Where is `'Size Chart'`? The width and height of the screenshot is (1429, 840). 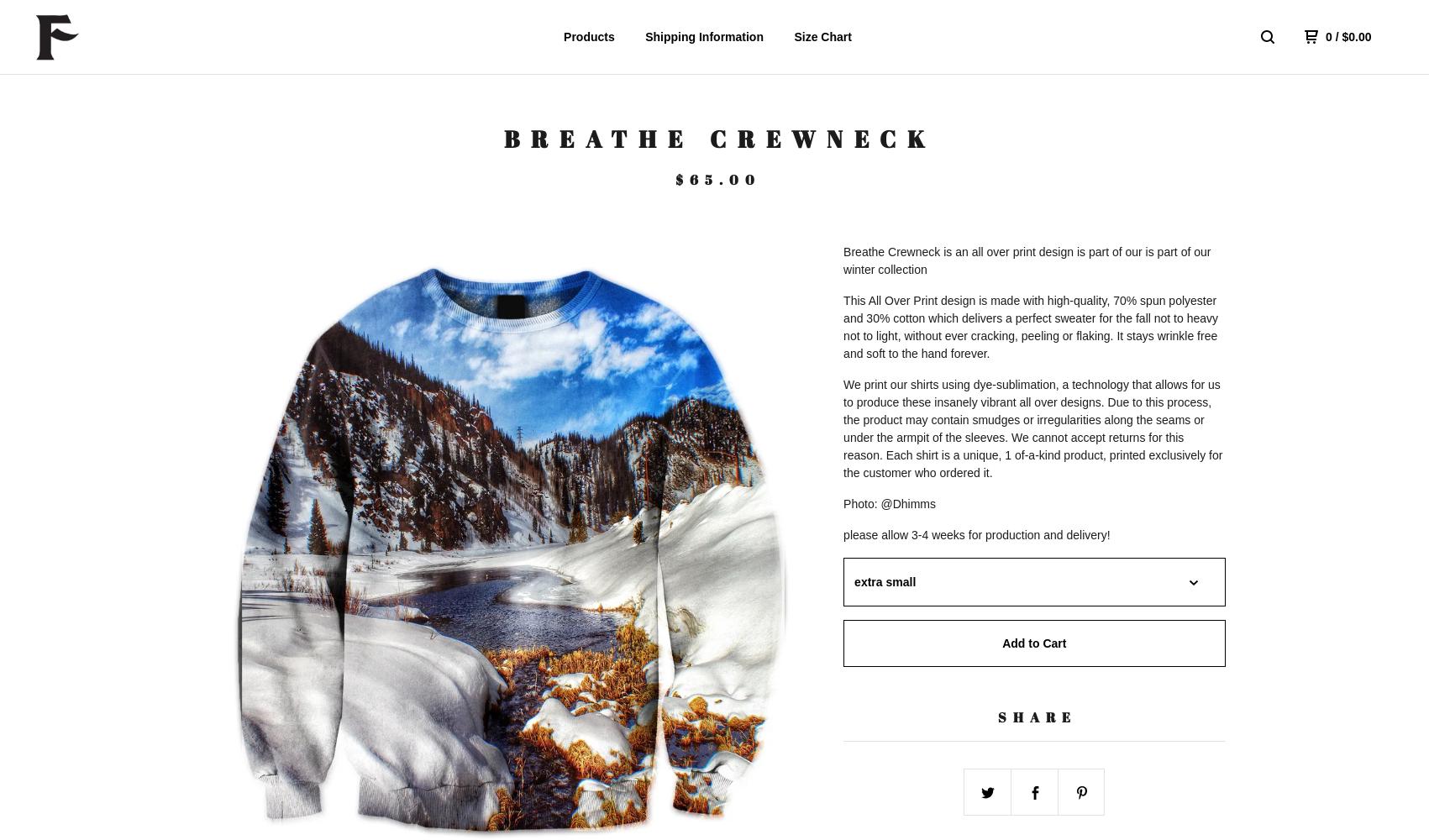
'Size Chart' is located at coordinates (822, 37).